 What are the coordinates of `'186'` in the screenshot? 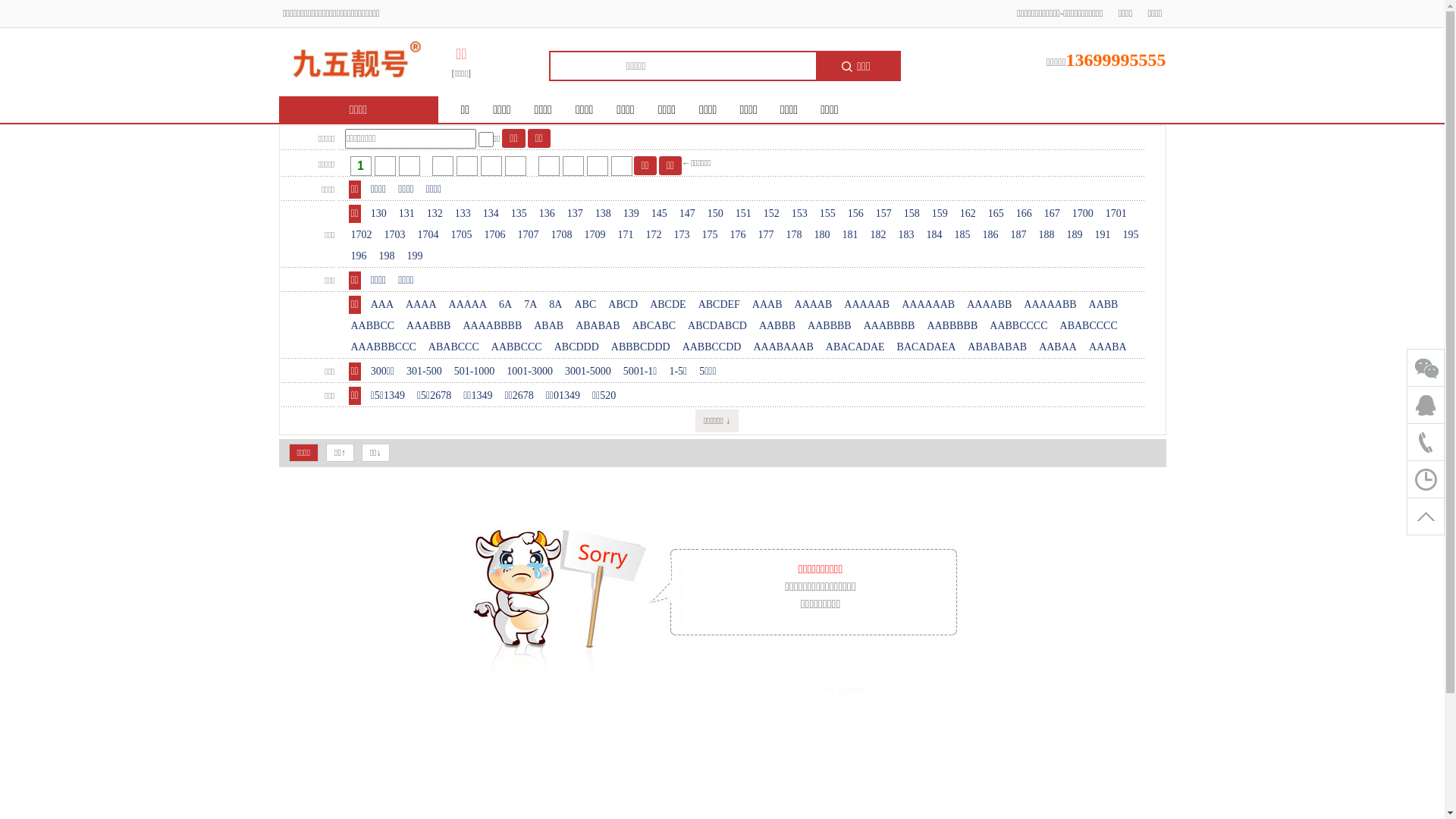 It's located at (990, 234).